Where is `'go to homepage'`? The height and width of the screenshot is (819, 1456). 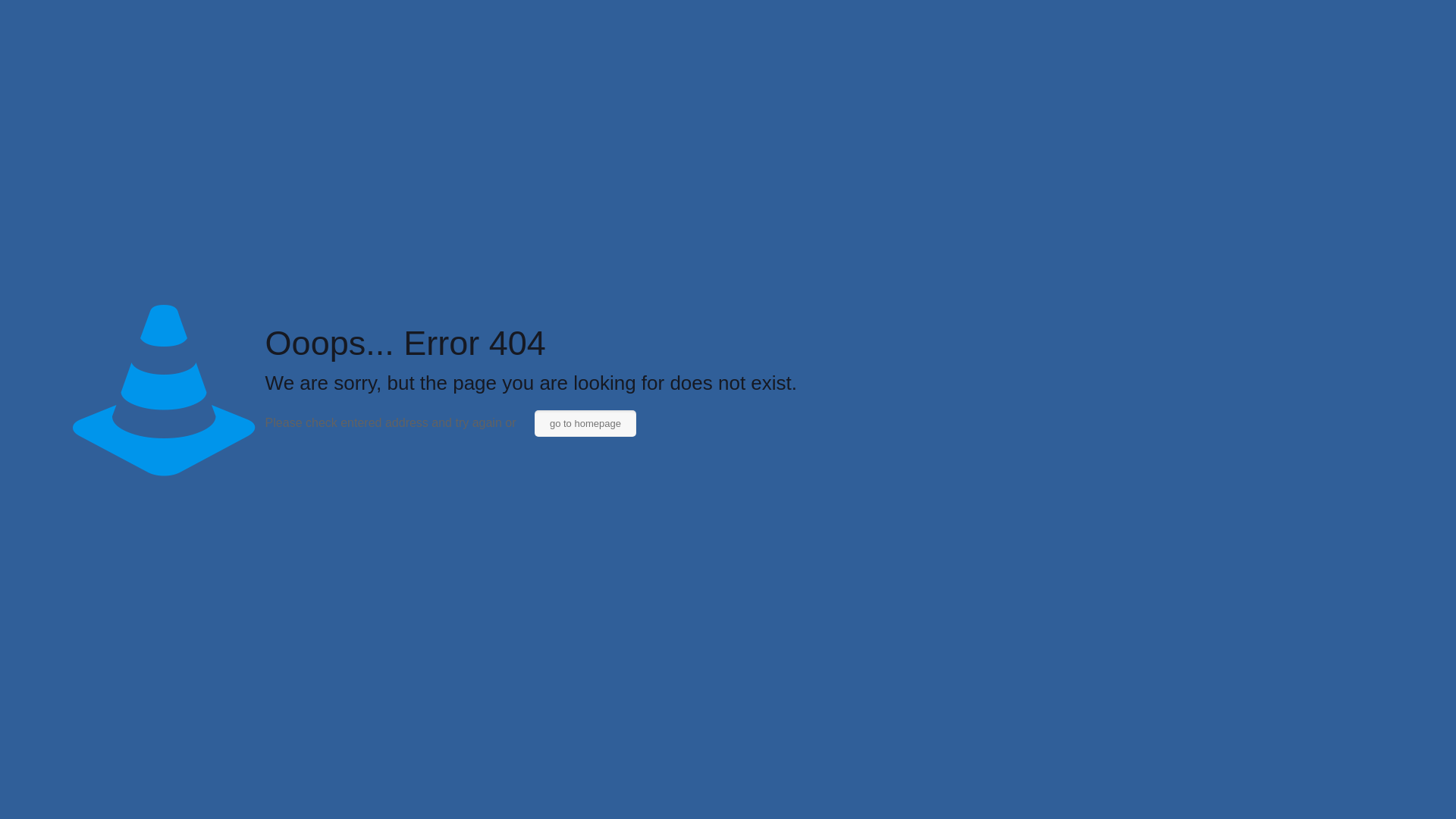
'go to homepage' is located at coordinates (535, 423).